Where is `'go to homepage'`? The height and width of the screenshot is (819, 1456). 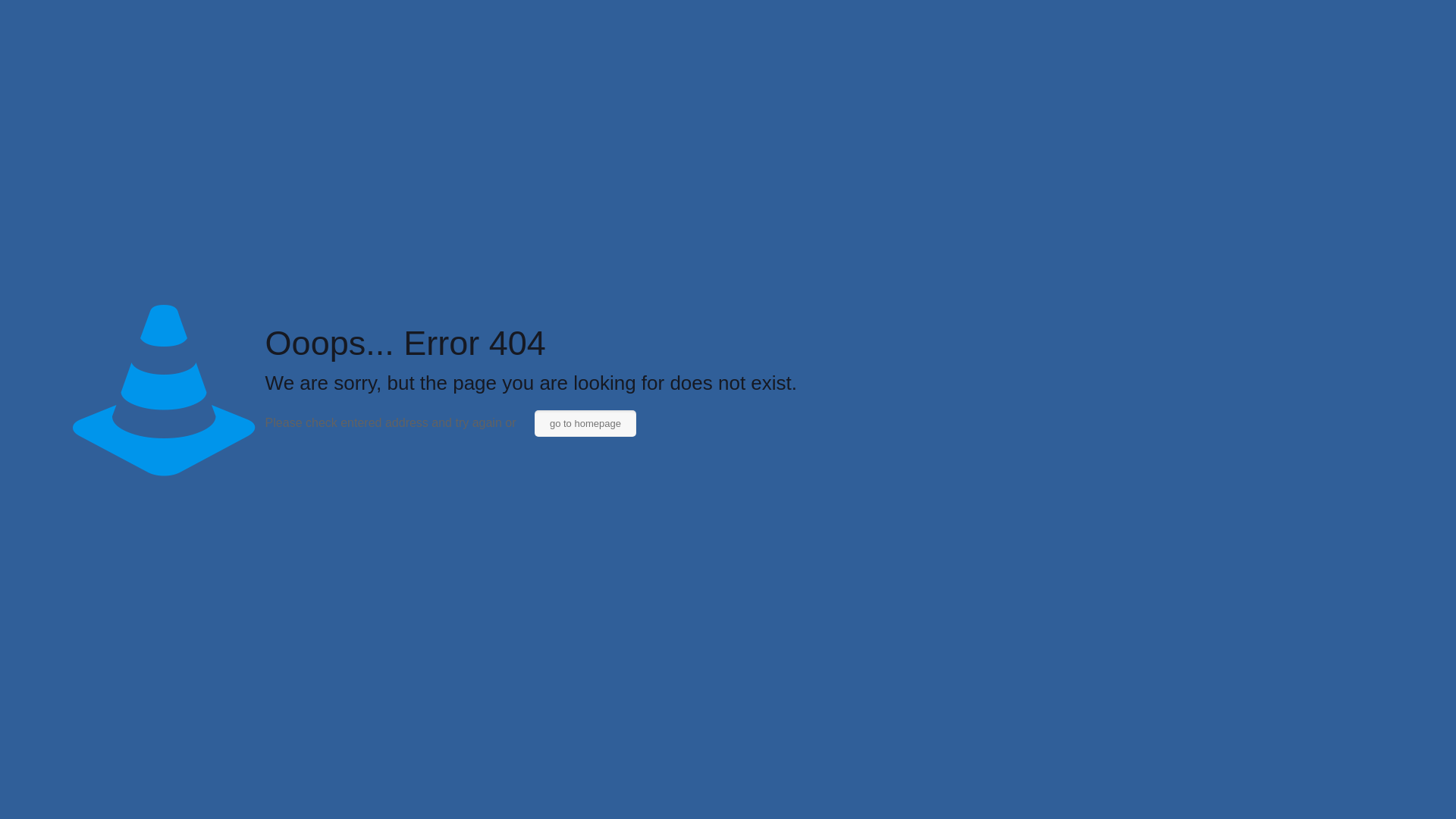
'go to homepage' is located at coordinates (535, 423).